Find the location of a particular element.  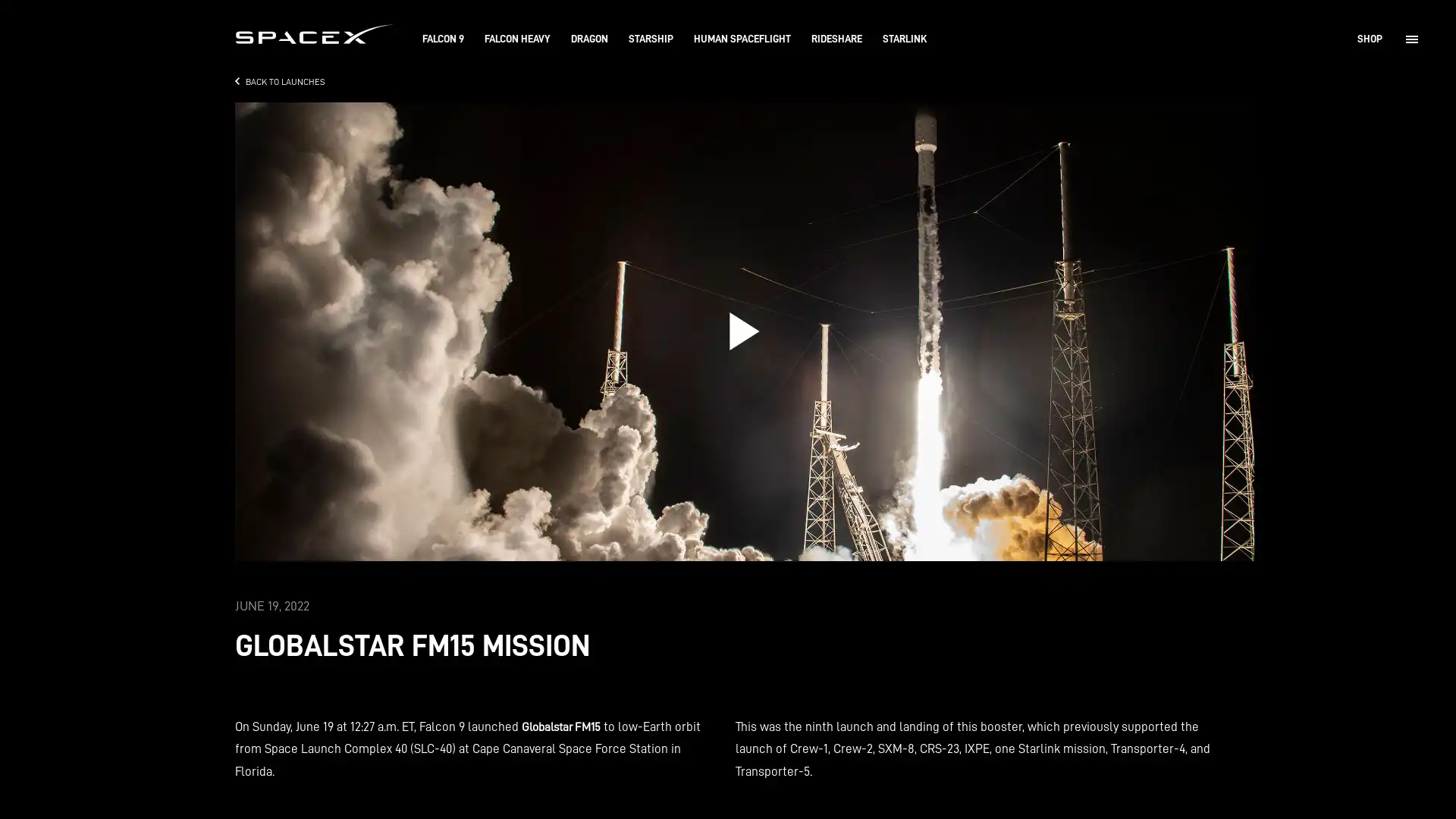

Menu is located at coordinates (1411, 38).